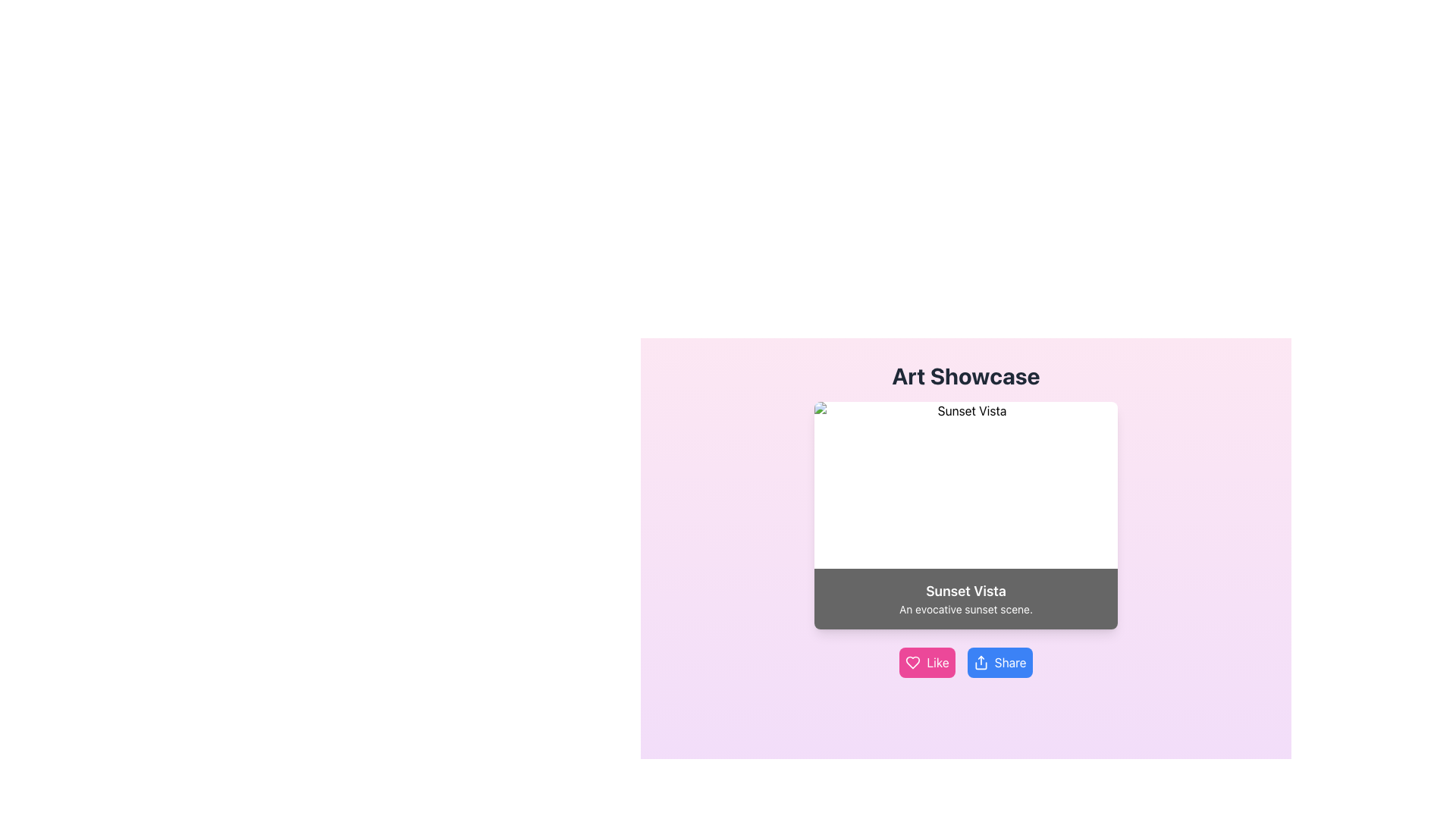 Image resolution: width=1456 pixels, height=819 pixels. I want to click on the 'Like' button icon that indicates approval or preference for the content titled 'Sunset Vista', so click(912, 662).